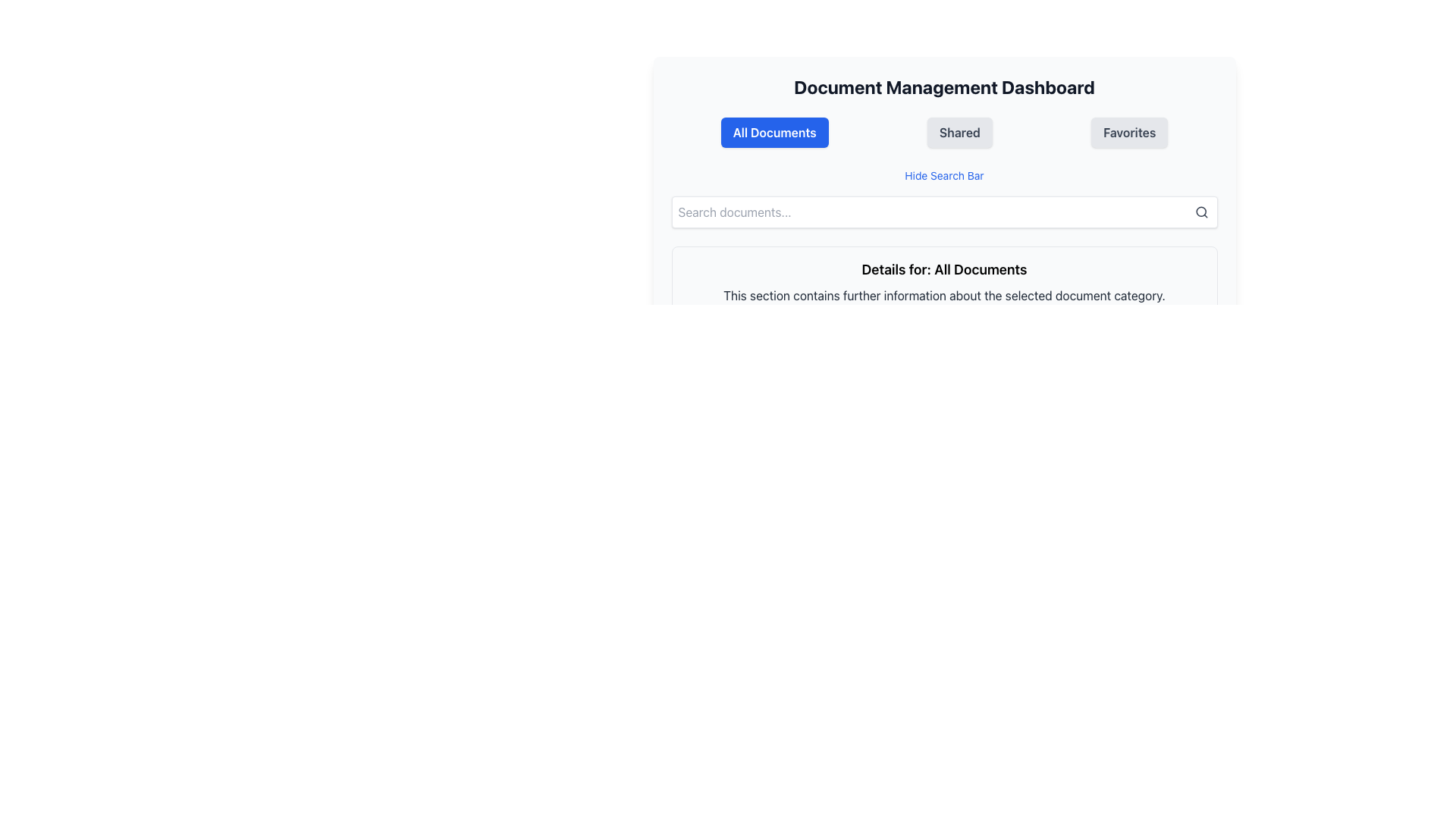 This screenshot has width=1456, height=819. I want to click on the Hyperlink (interactive text) that toggles the visibility of the search bar to change its text color, so click(943, 174).